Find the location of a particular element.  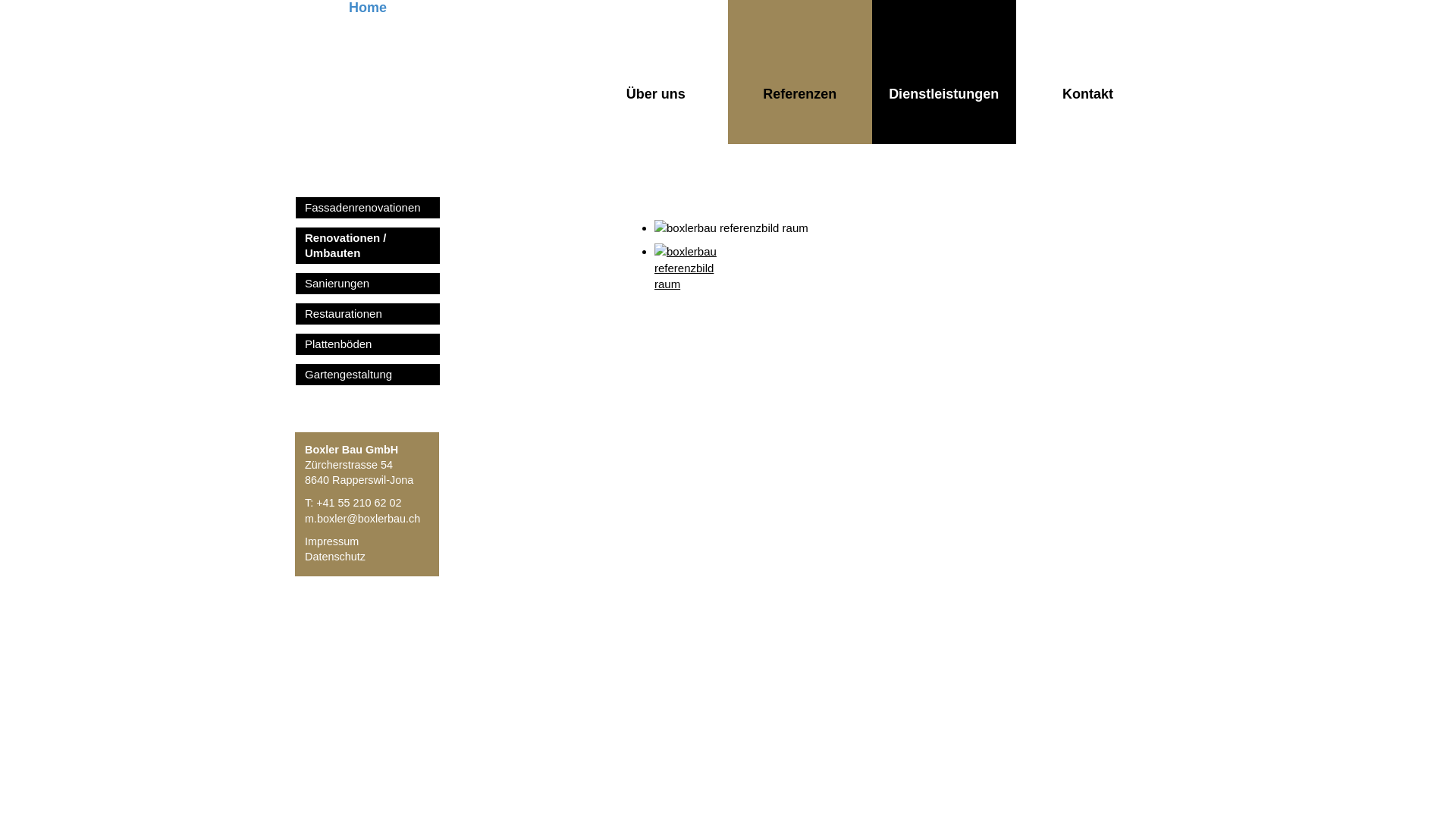

'Restaurationen' is located at coordinates (367, 312).